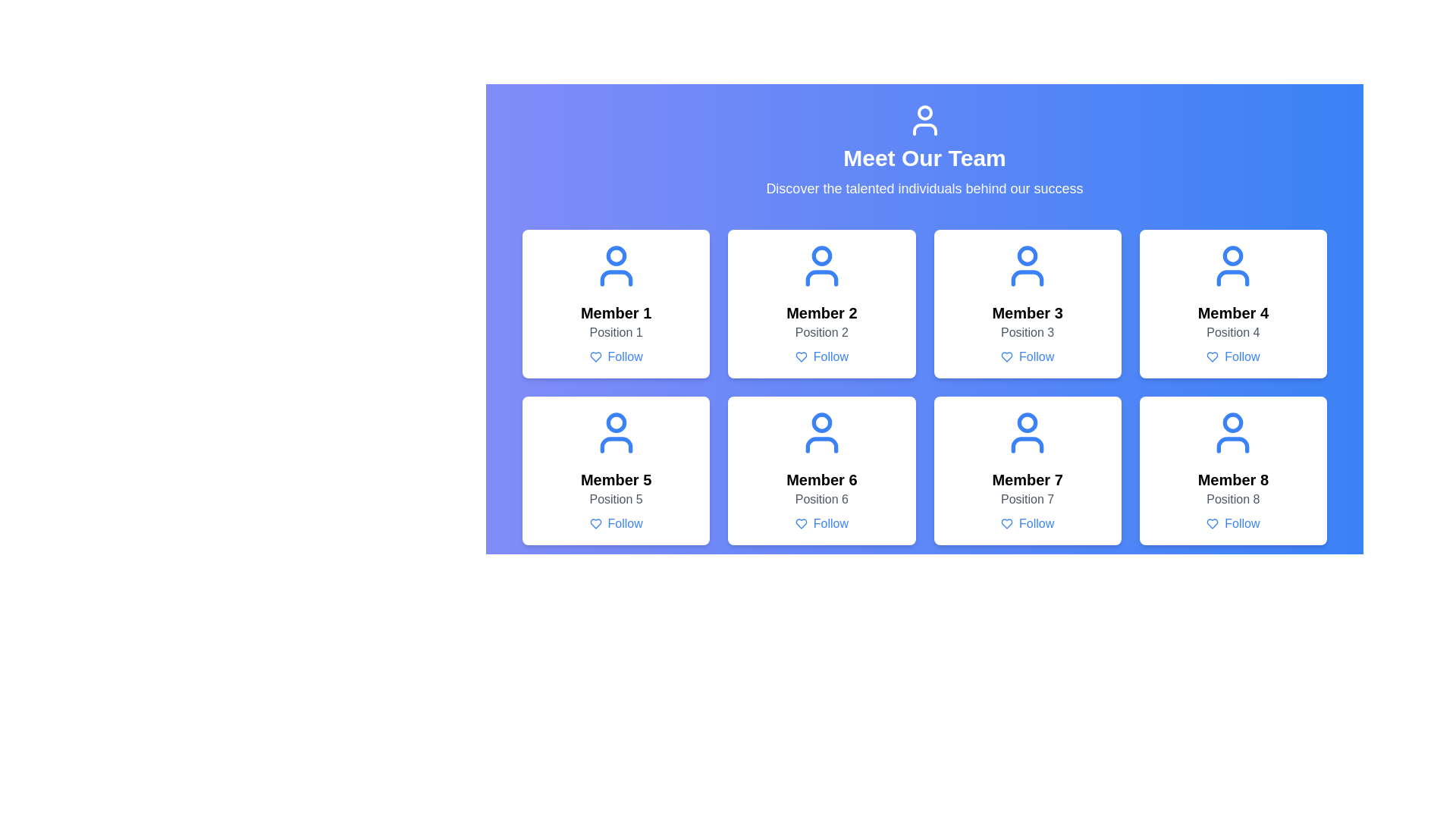 The height and width of the screenshot is (819, 1456). Describe the element at coordinates (1212, 356) in the screenshot. I see `the like or favorite icon located in the user card for 'Member 4', which is positioned to the left of the 'Follow' text in the action row of the second row and second column grid` at that location.